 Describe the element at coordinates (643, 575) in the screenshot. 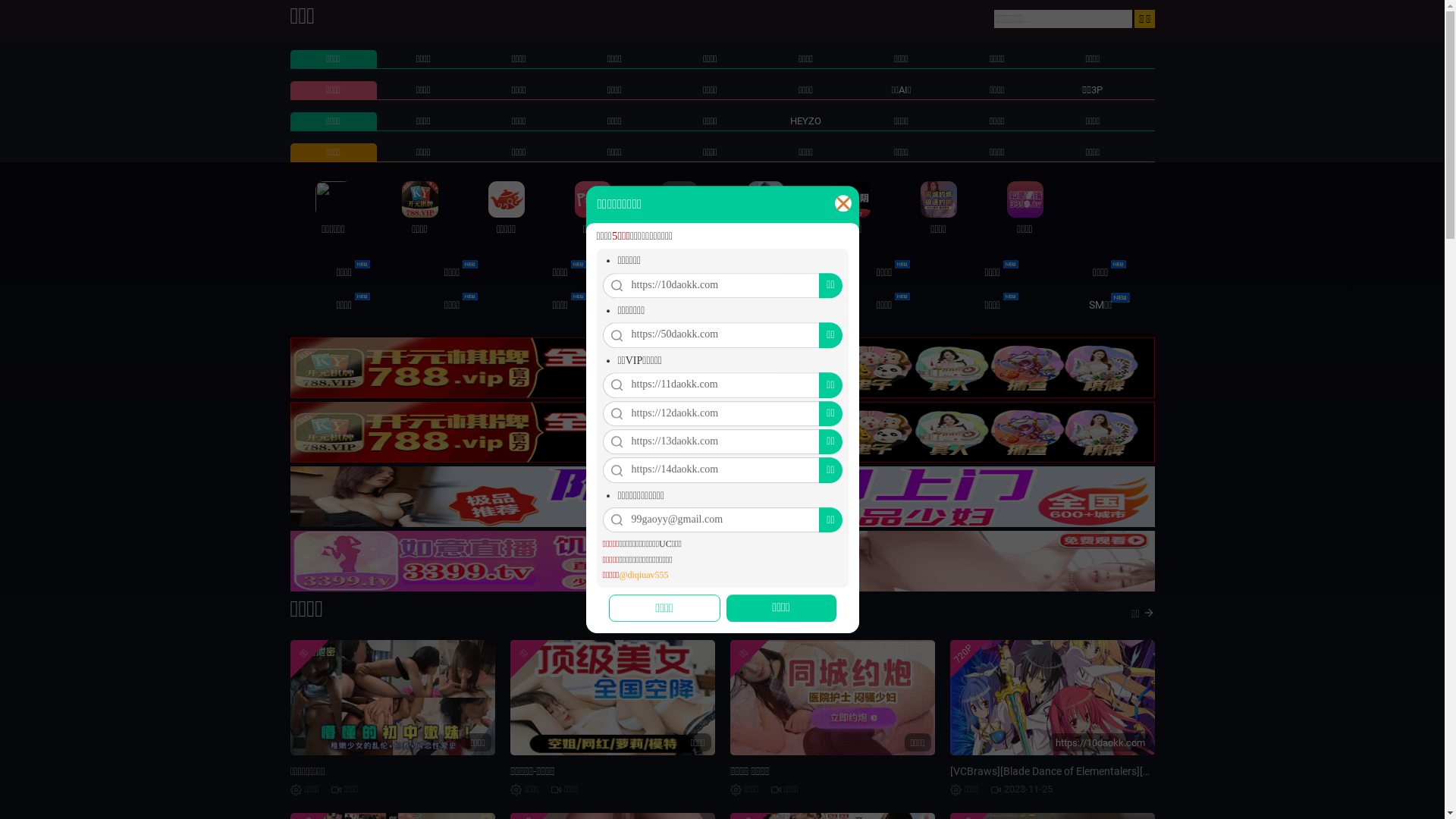

I see `'@diqiuav555'` at that location.